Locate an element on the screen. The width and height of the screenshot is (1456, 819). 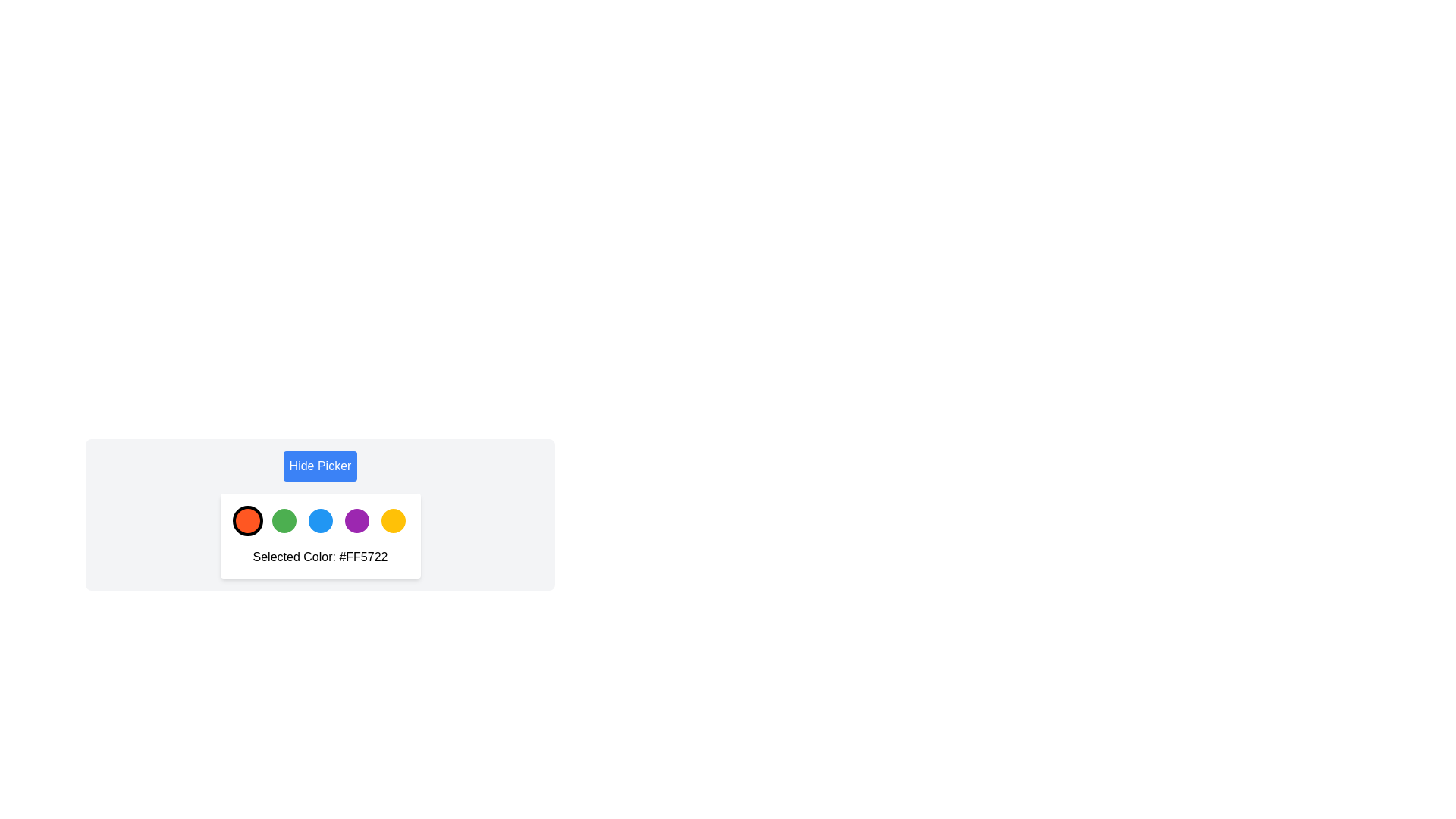
the first circular color selection button located in a horizontal row beneath the 'Hide Picker' button is located at coordinates (247, 519).